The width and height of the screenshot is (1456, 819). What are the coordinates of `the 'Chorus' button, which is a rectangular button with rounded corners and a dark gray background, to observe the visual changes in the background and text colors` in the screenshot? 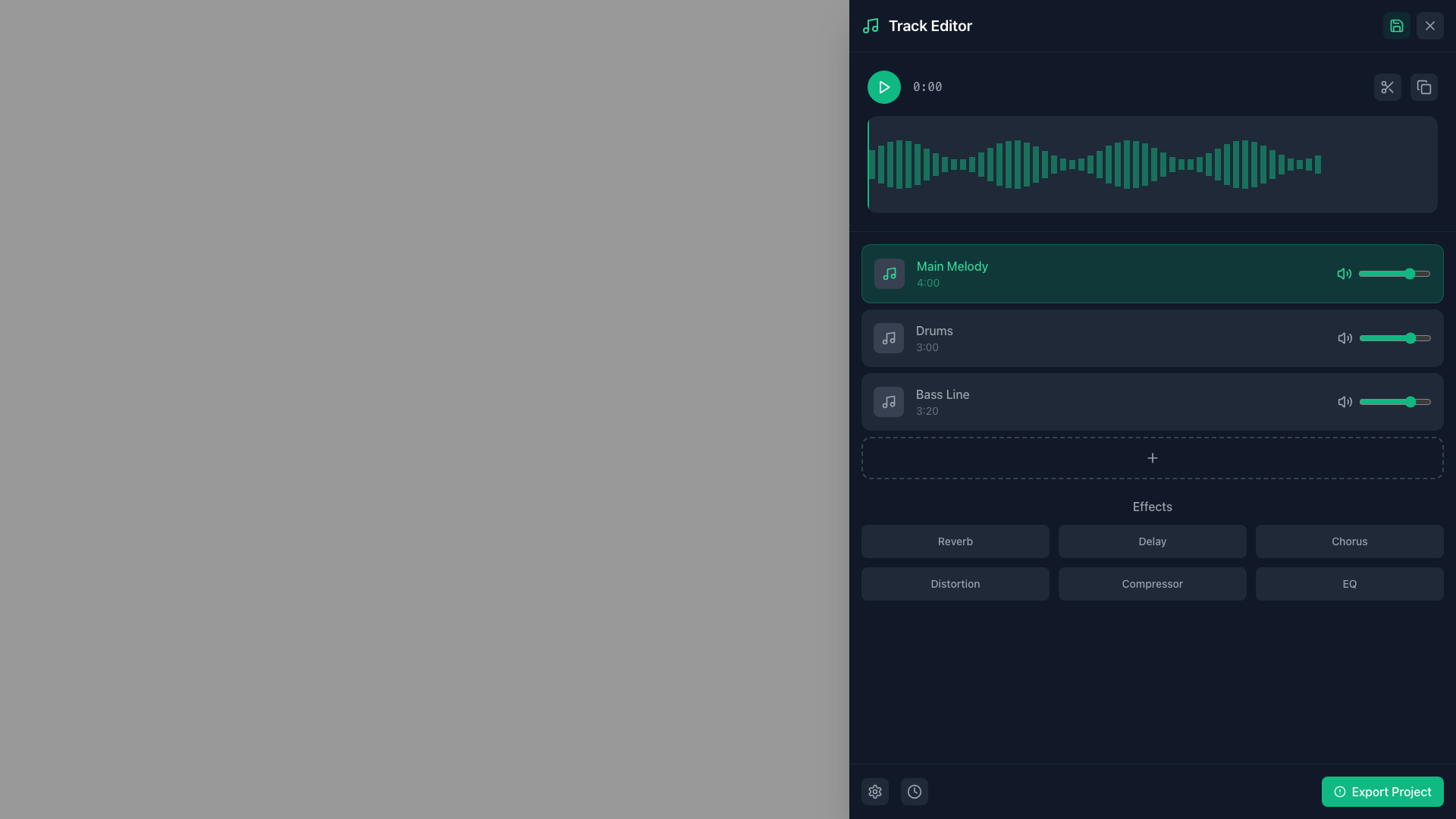 It's located at (1350, 540).